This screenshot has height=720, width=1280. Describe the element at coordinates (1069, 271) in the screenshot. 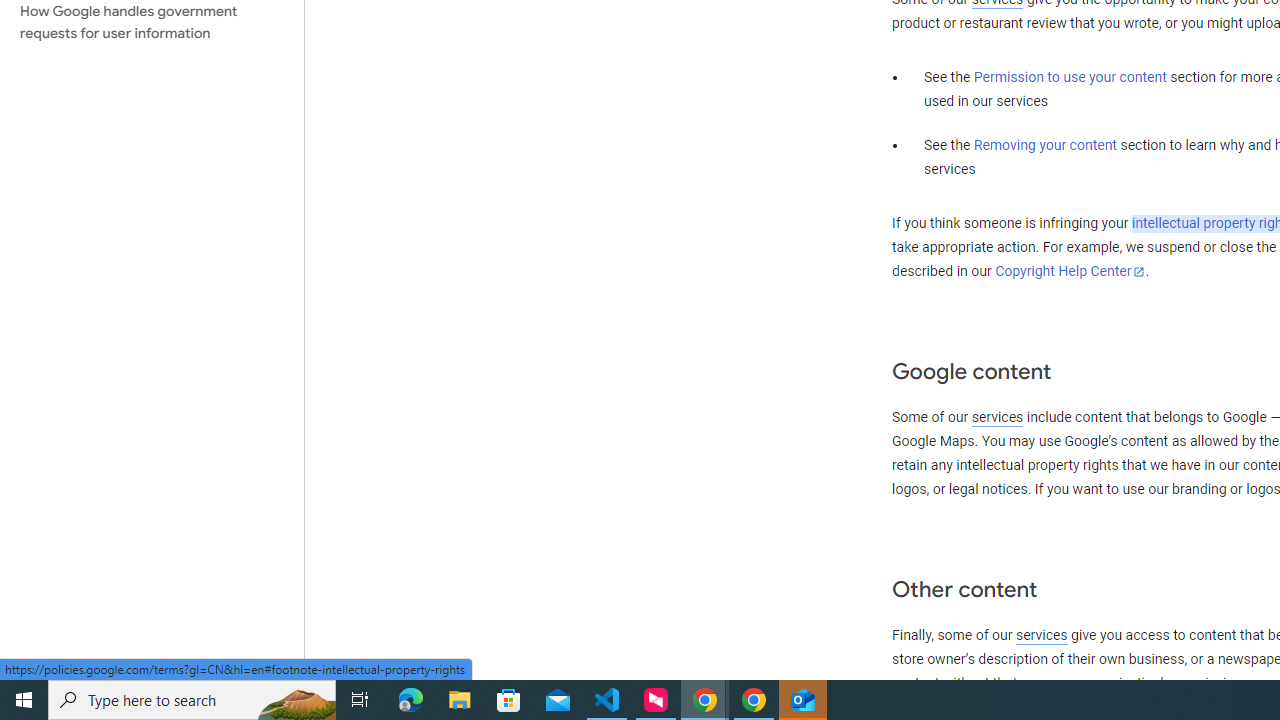

I see `'Copyright Help Center'` at that location.